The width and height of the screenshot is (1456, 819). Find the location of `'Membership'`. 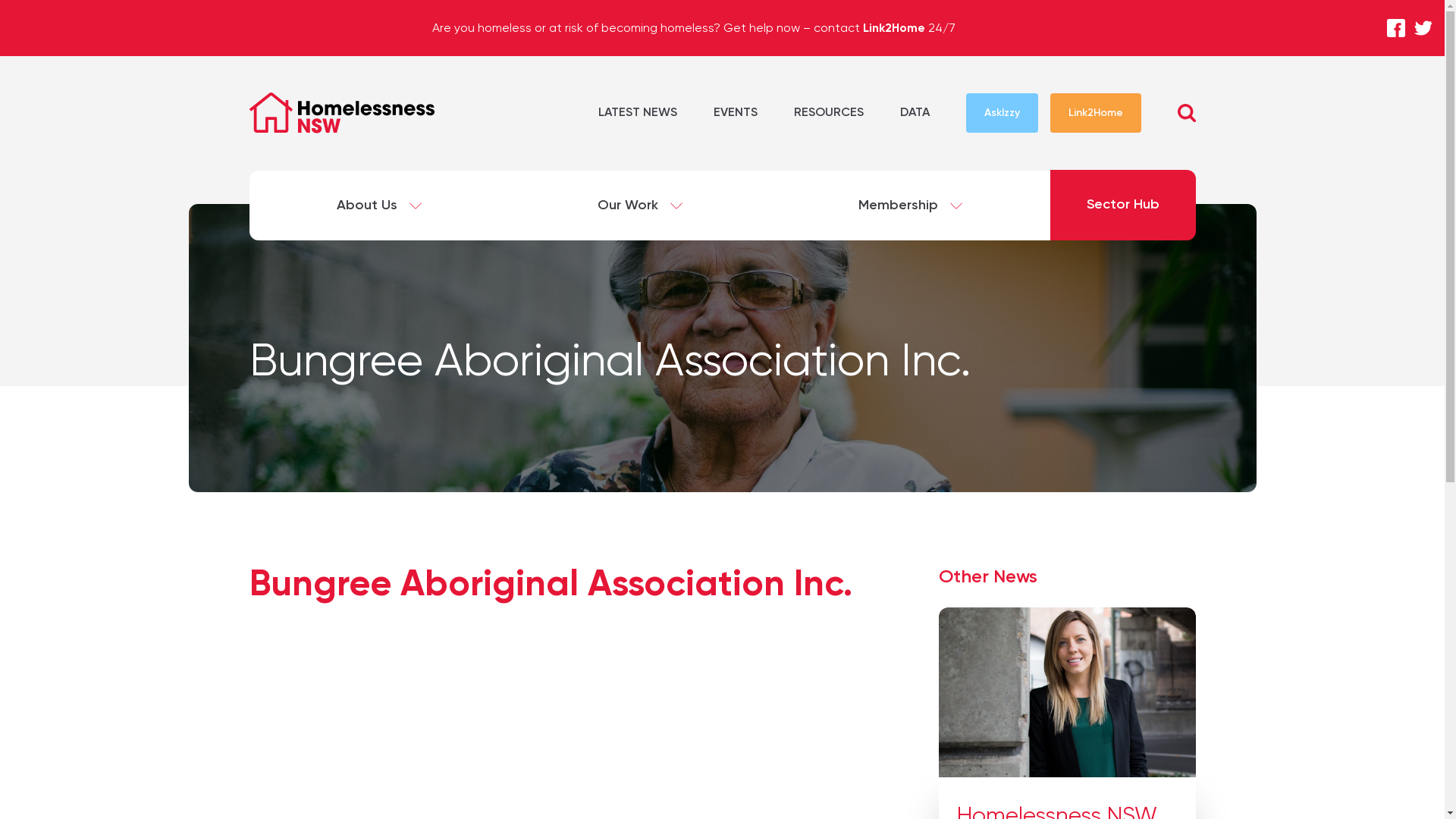

'Membership' is located at coordinates (858, 205).